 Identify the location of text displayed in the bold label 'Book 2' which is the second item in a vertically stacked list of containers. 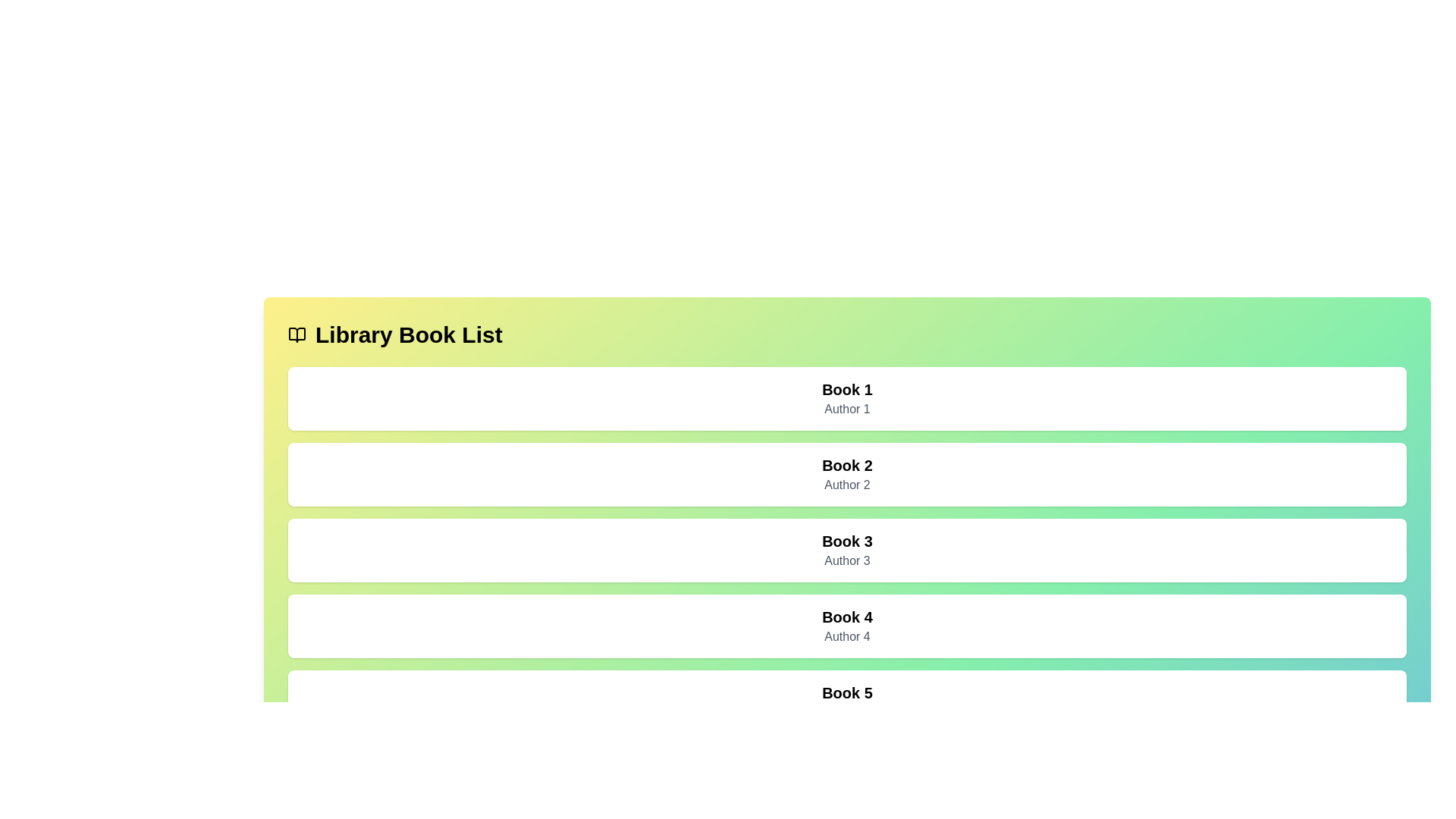
(846, 464).